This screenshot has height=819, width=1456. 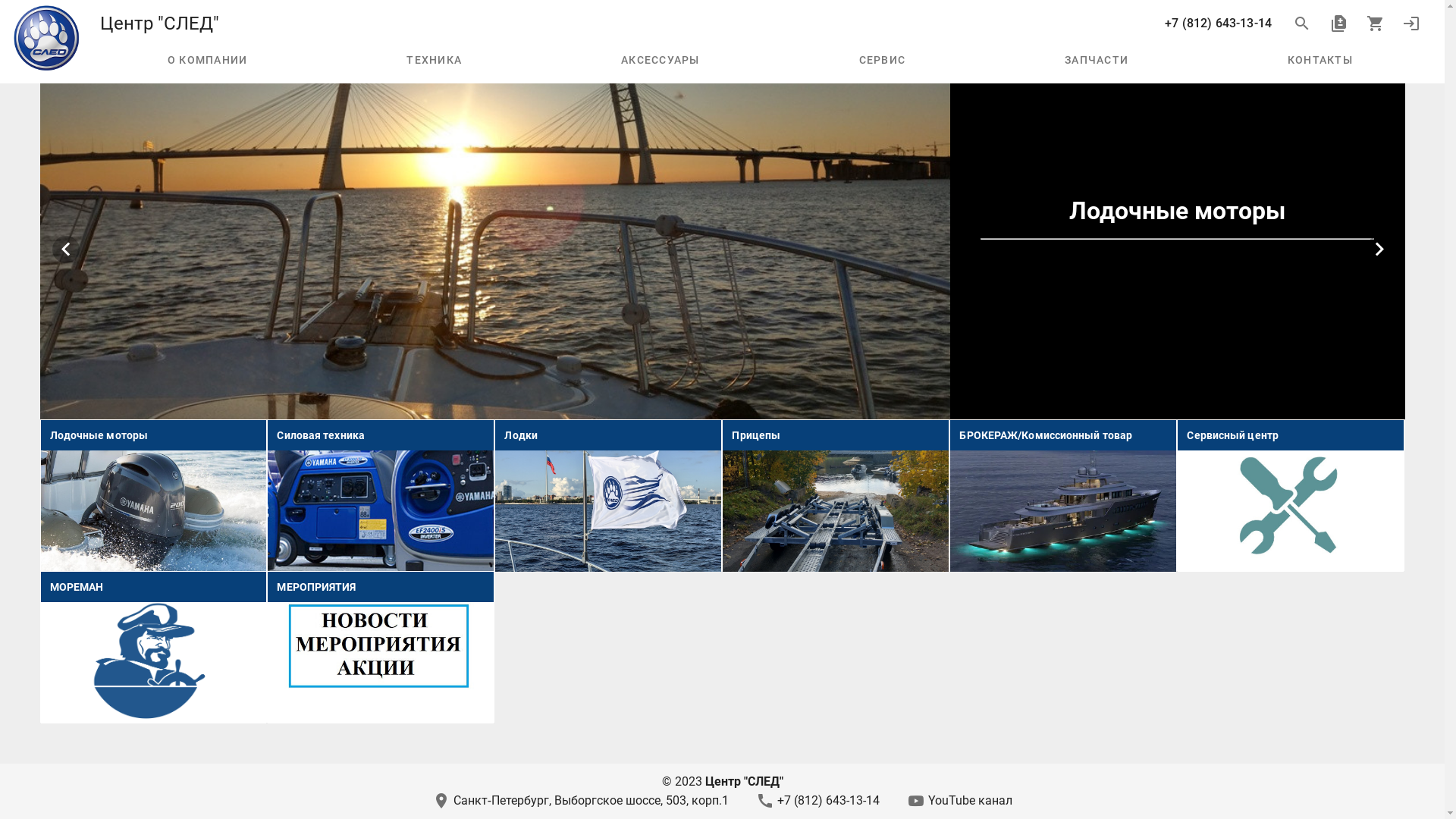 What do you see at coordinates (1301, 23) in the screenshot?
I see `'search'` at bounding box center [1301, 23].